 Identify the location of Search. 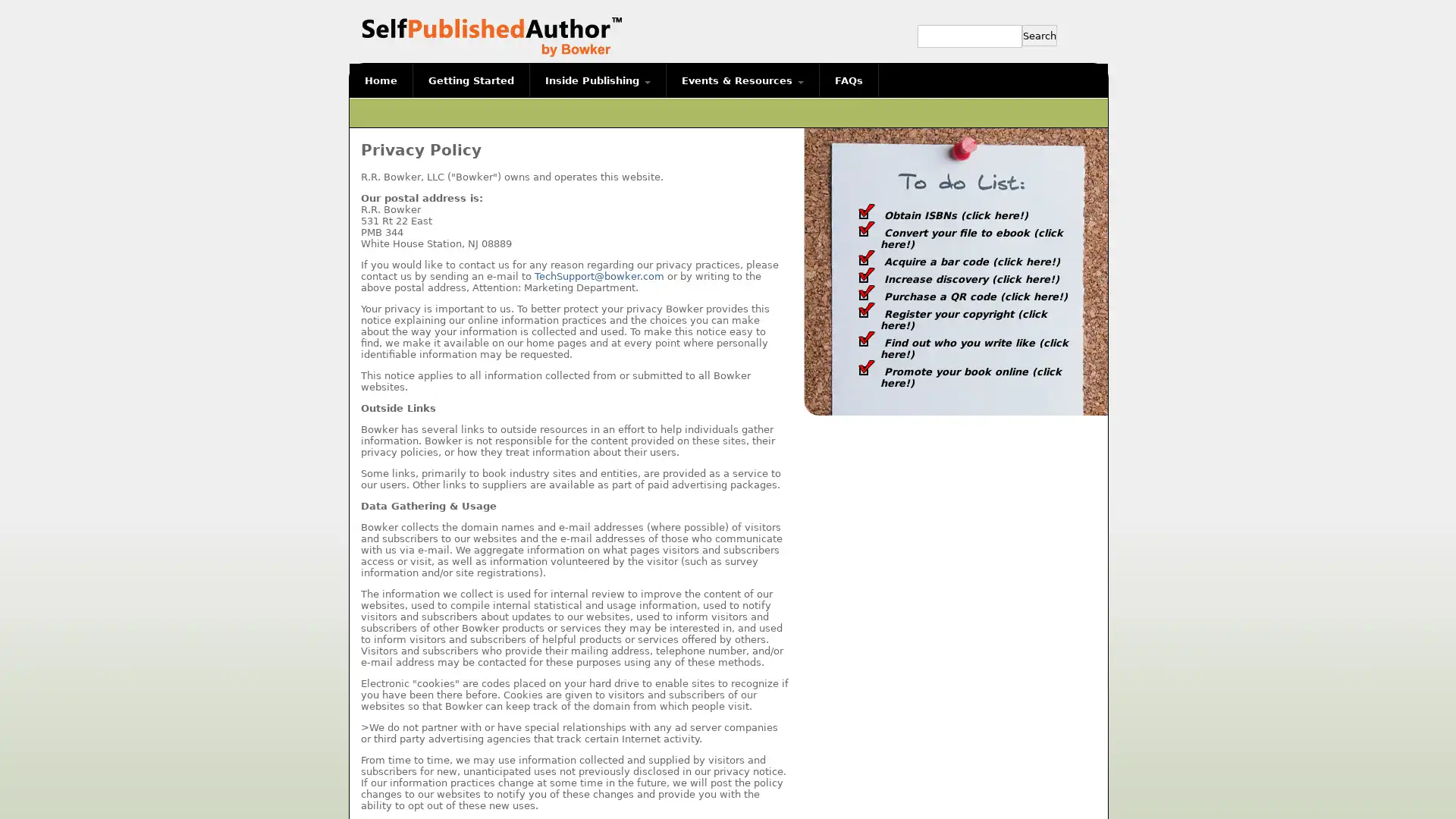
(1039, 34).